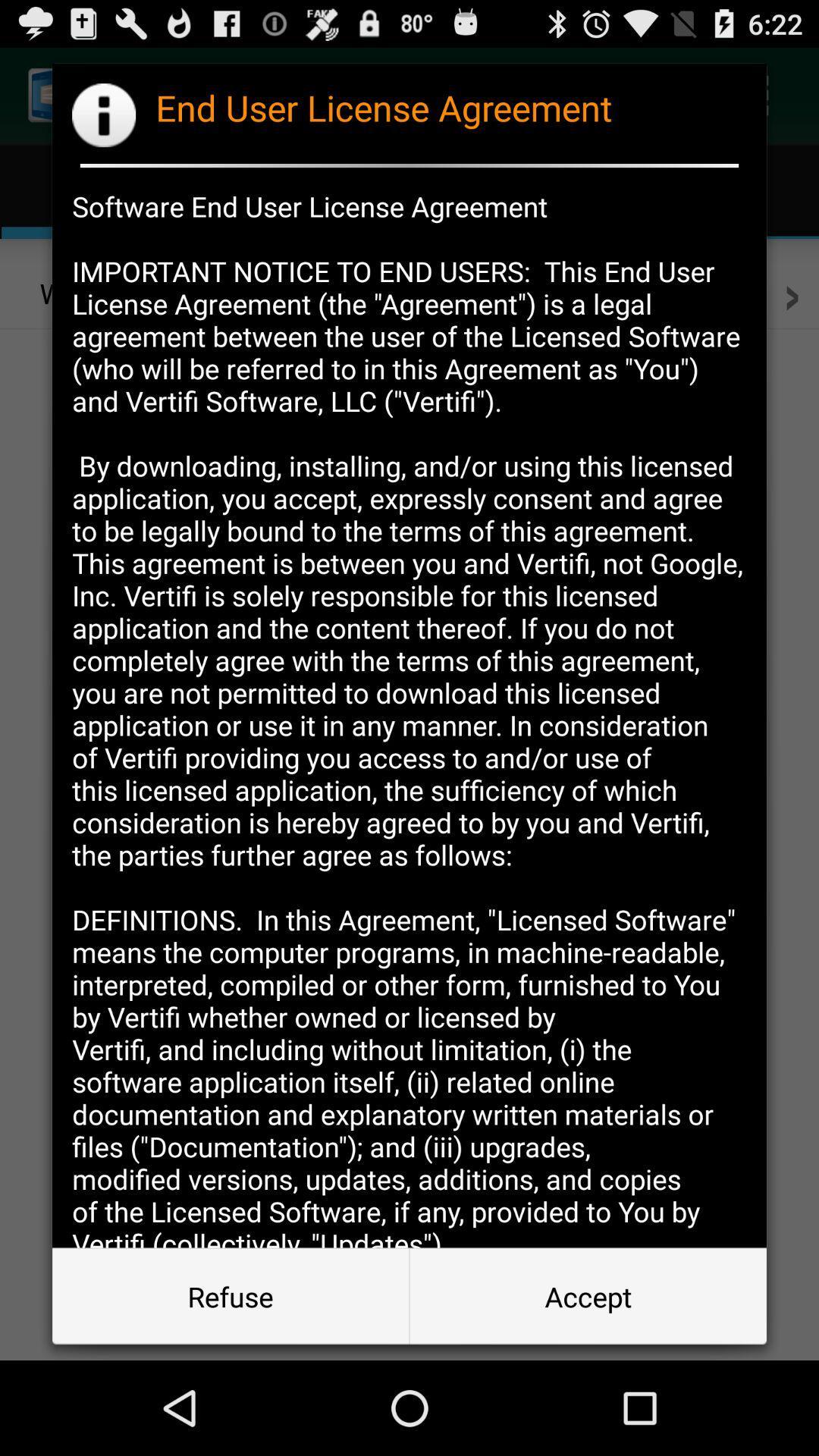 This screenshot has height=1456, width=819. What do you see at coordinates (231, 1295) in the screenshot?
I see `the item next to accept item` at bounding box center [231, 1295].